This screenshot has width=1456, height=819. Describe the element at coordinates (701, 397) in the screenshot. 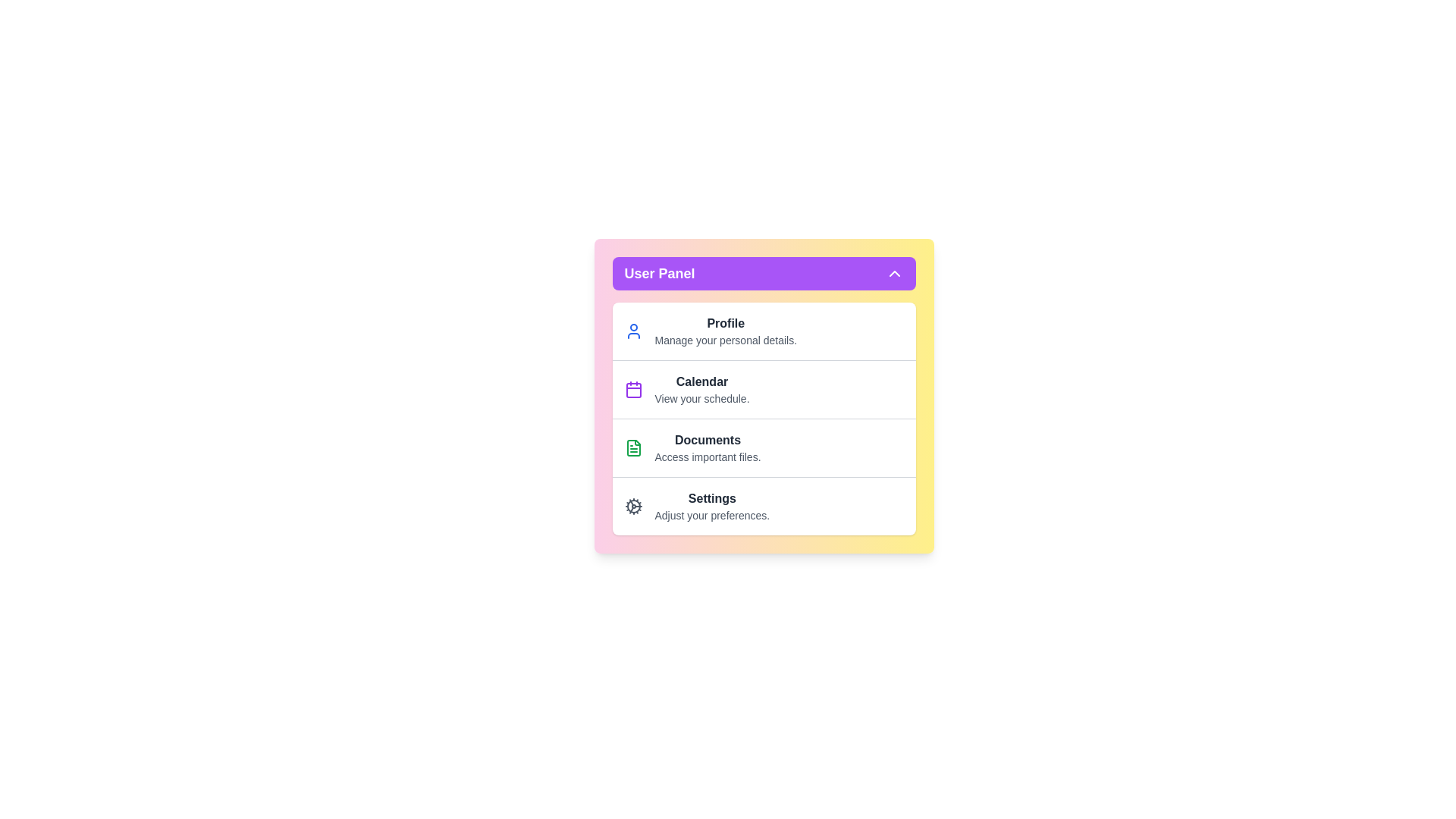

I see `the Text label that provides additional information about the 'Calendar' feature, which is located directly below the 'Calendar' text in the user panel` at that location.